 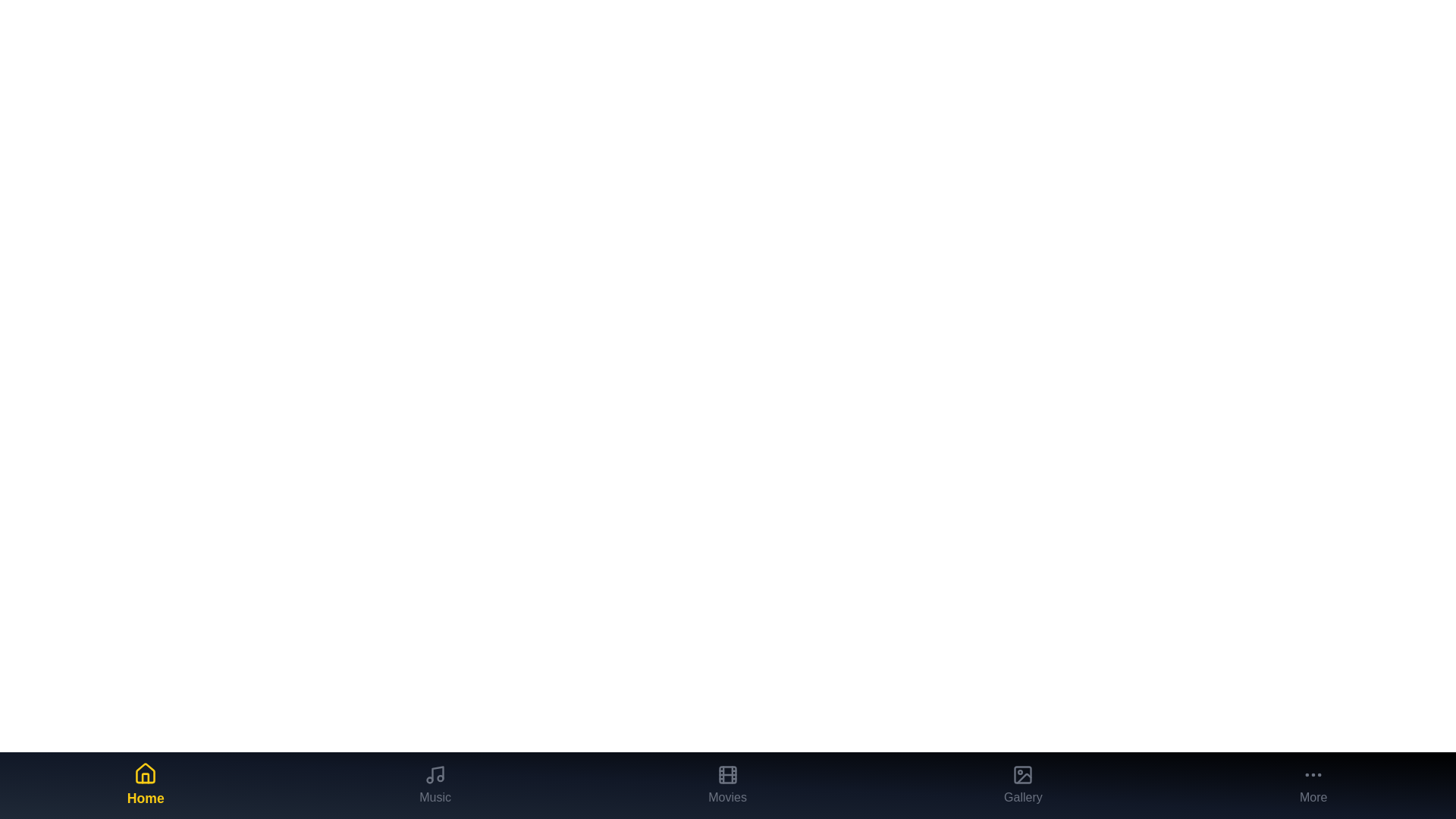 What do you see at coordinates (1023, 785) in the screenshot?
I see `the Gallery tab to observe its visual feedback` at bounding box center [1023, 785].